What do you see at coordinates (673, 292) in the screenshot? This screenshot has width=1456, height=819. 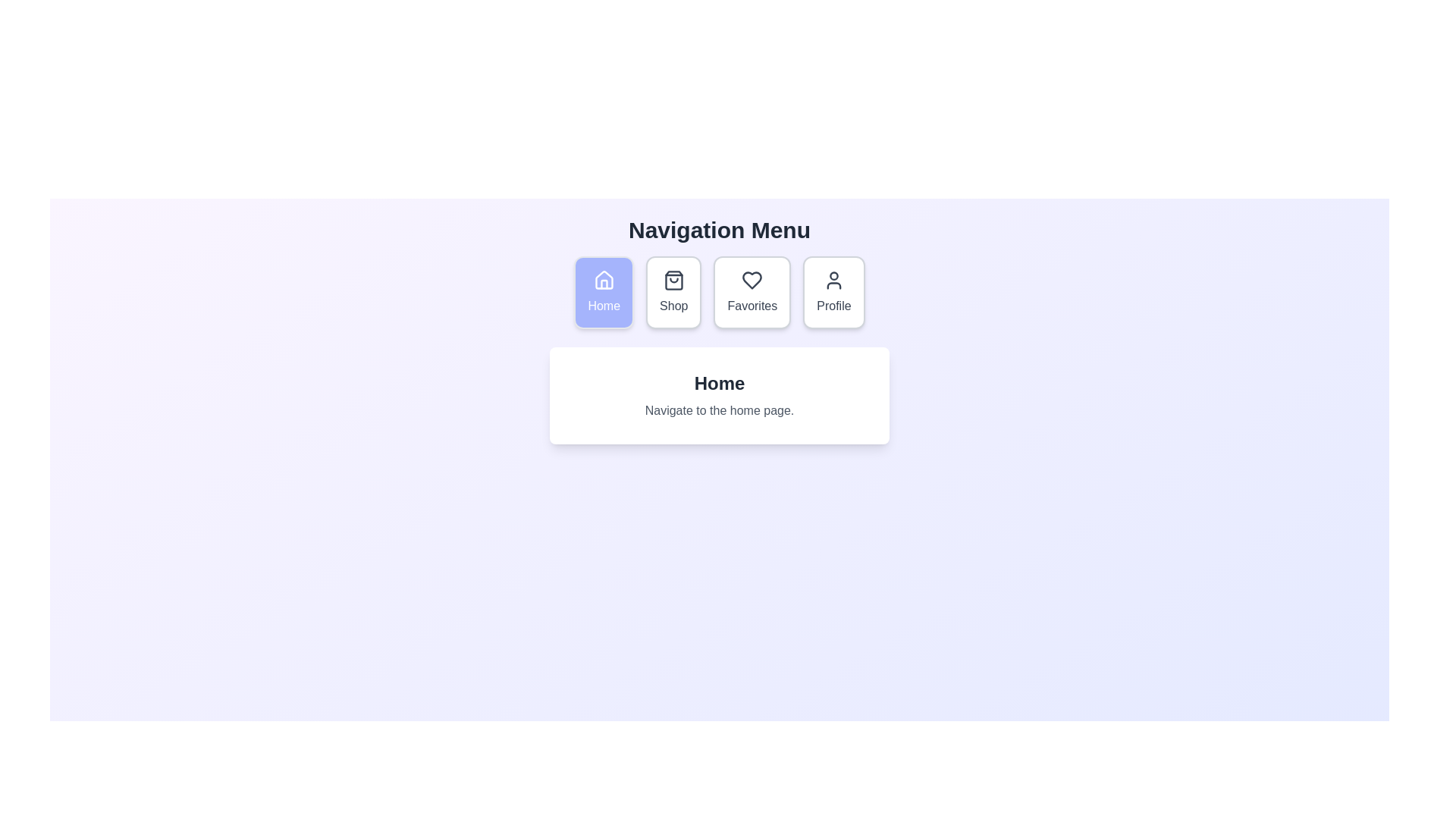 I see `the navigation button labeled 'Shop'` at bounding box center [673, 292].